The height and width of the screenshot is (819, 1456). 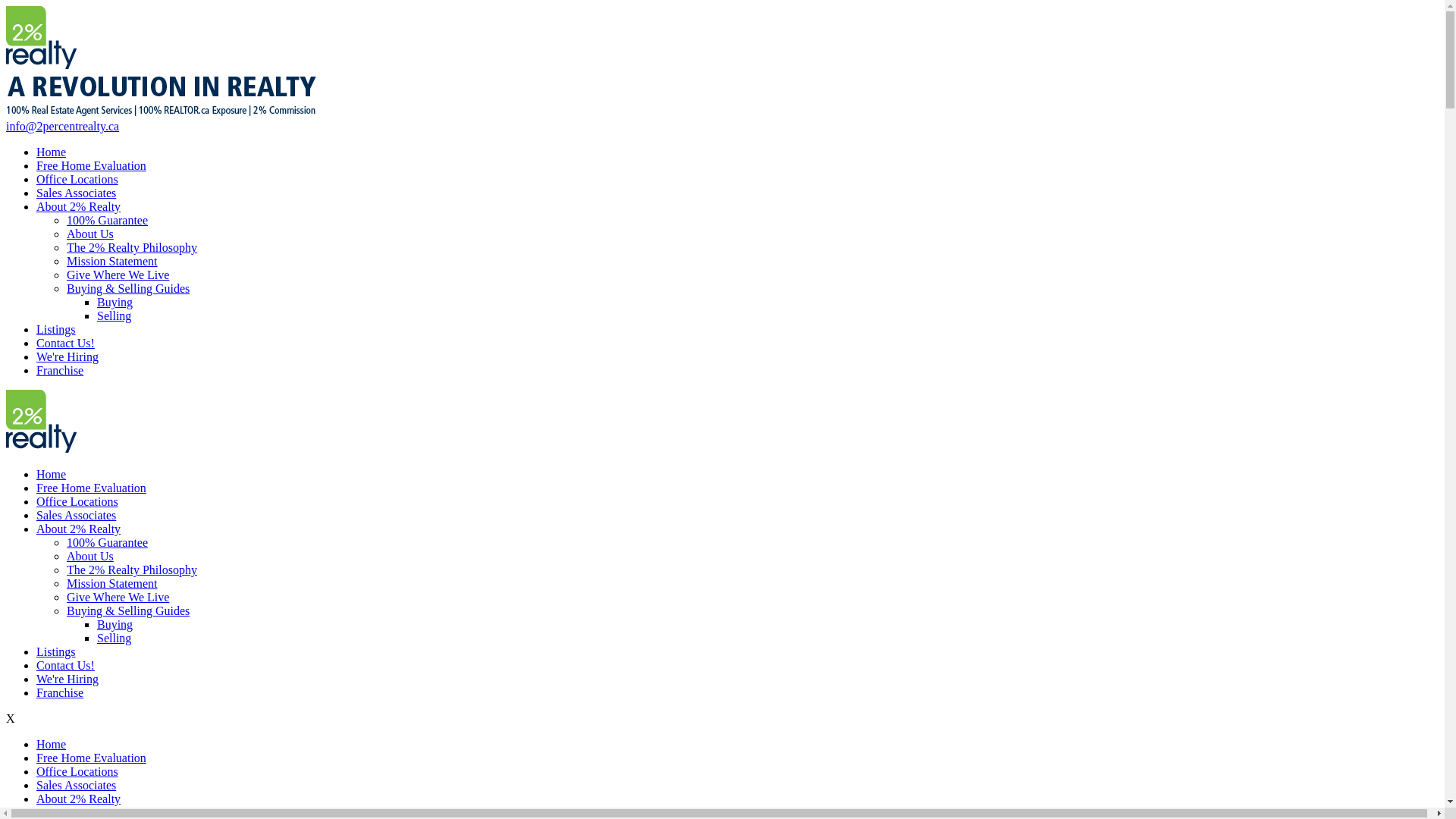 I want to click on 'About 2% Realty', so click(x=77, y=528).